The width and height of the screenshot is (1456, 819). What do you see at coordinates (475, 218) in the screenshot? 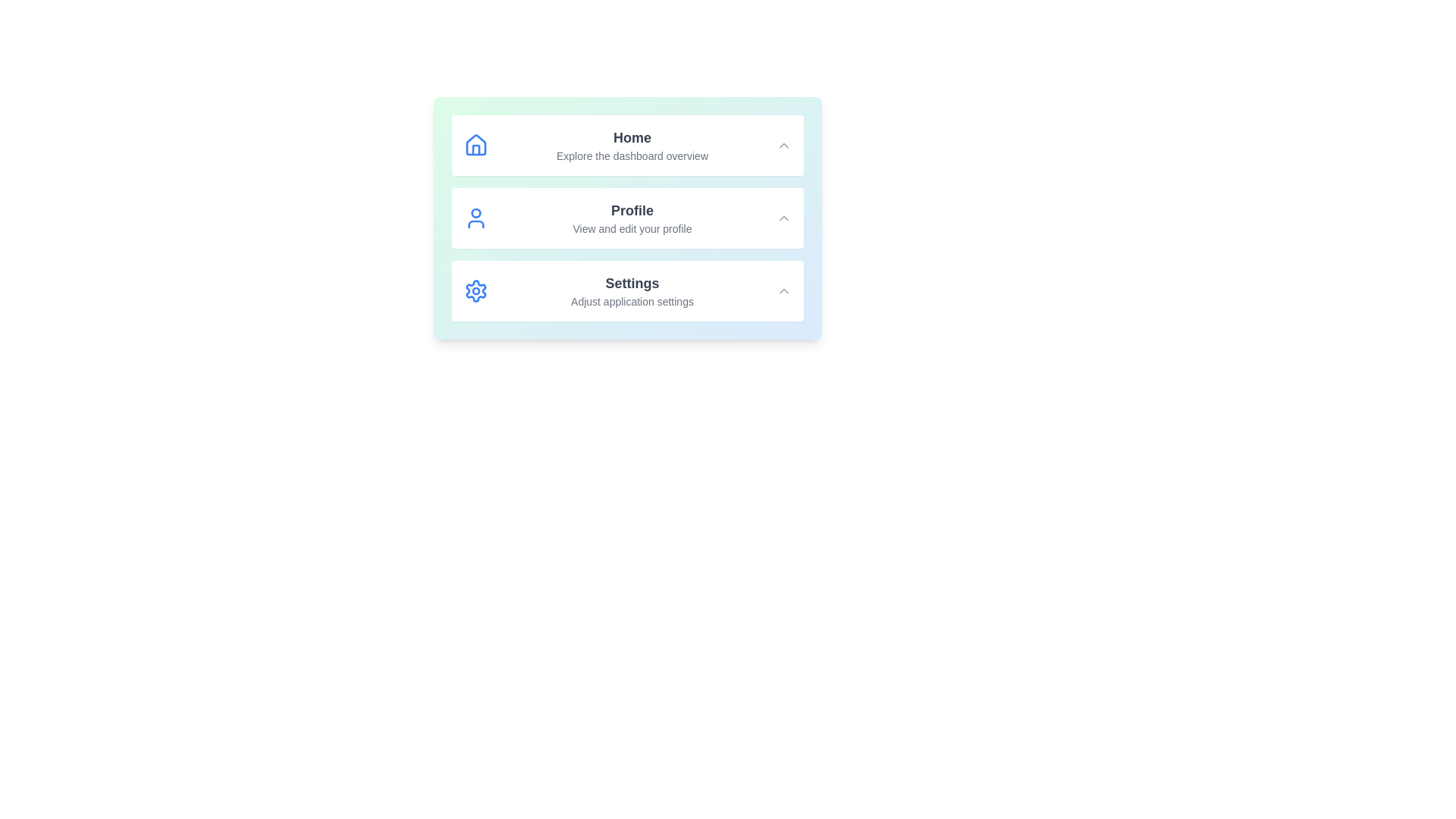
I see `the icon representing the Profile section` at bounding box center [475, 218].